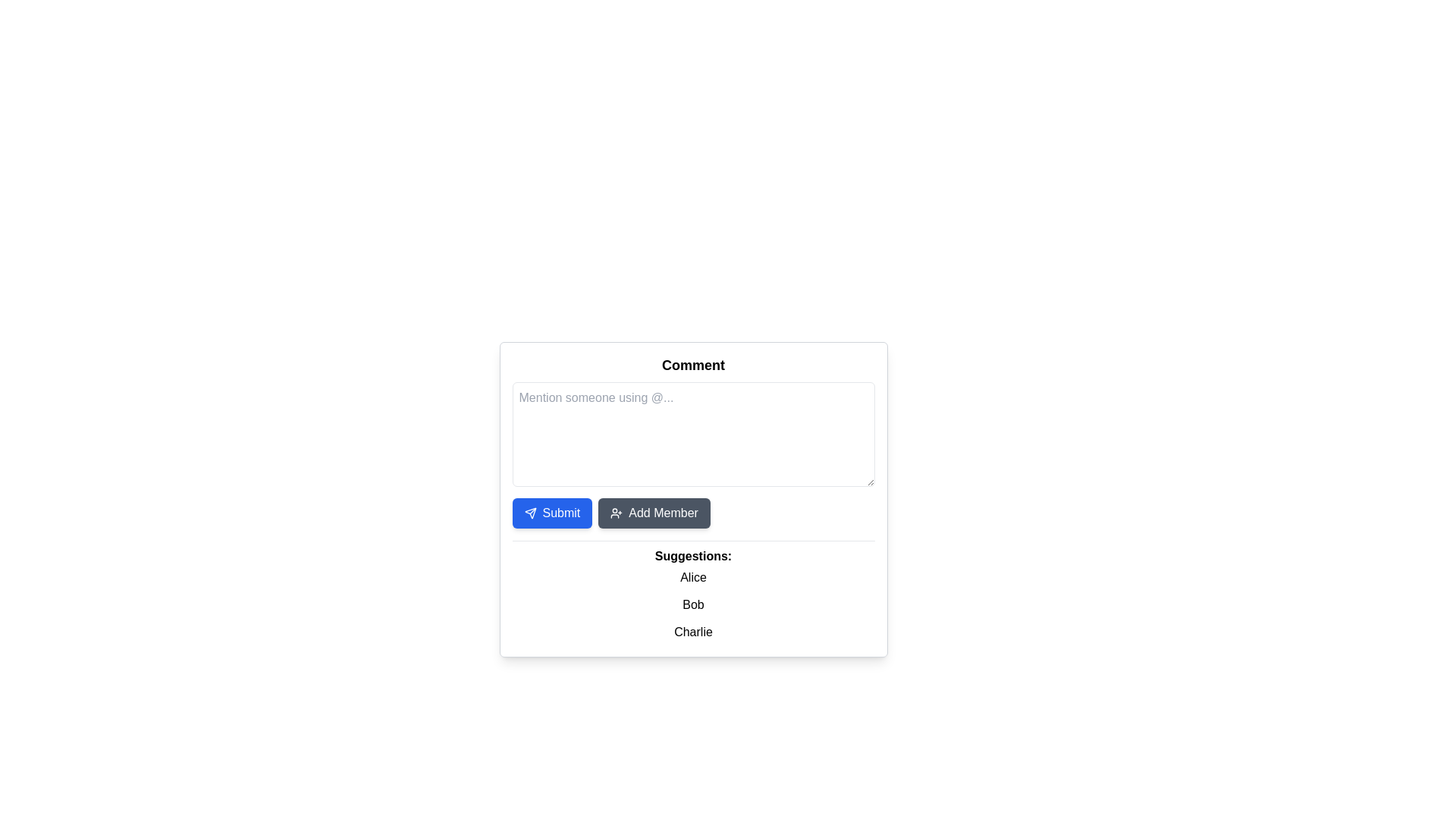 The width and height of the screenshot is (1456, 819). What do you see at coordinates (692, 578) in the screenshot?
I see `the text label displaying the name 'Alice'` at bounding box center [692, 578].